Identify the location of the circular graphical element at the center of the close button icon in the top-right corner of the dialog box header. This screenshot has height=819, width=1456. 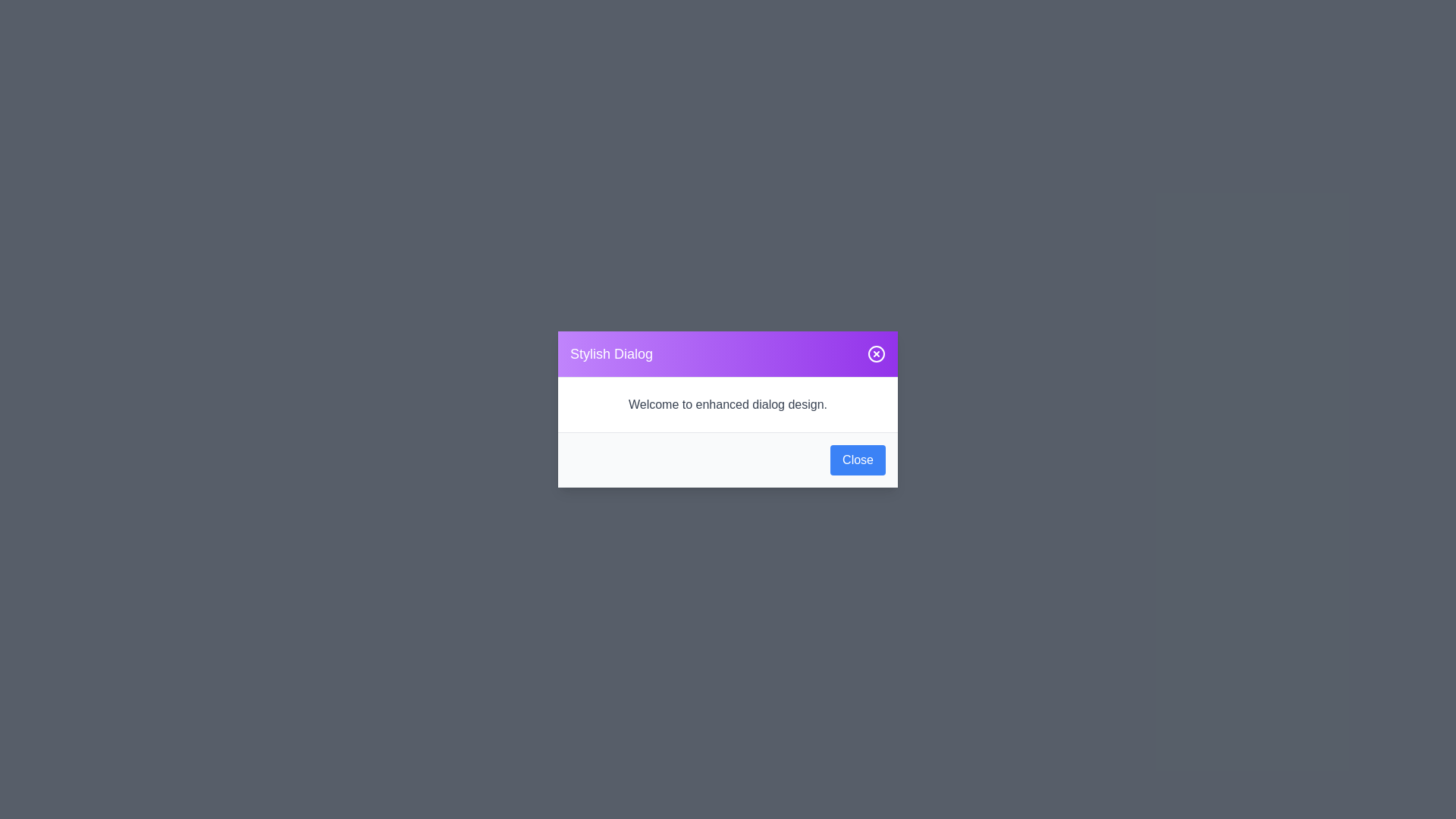
(877, 353).